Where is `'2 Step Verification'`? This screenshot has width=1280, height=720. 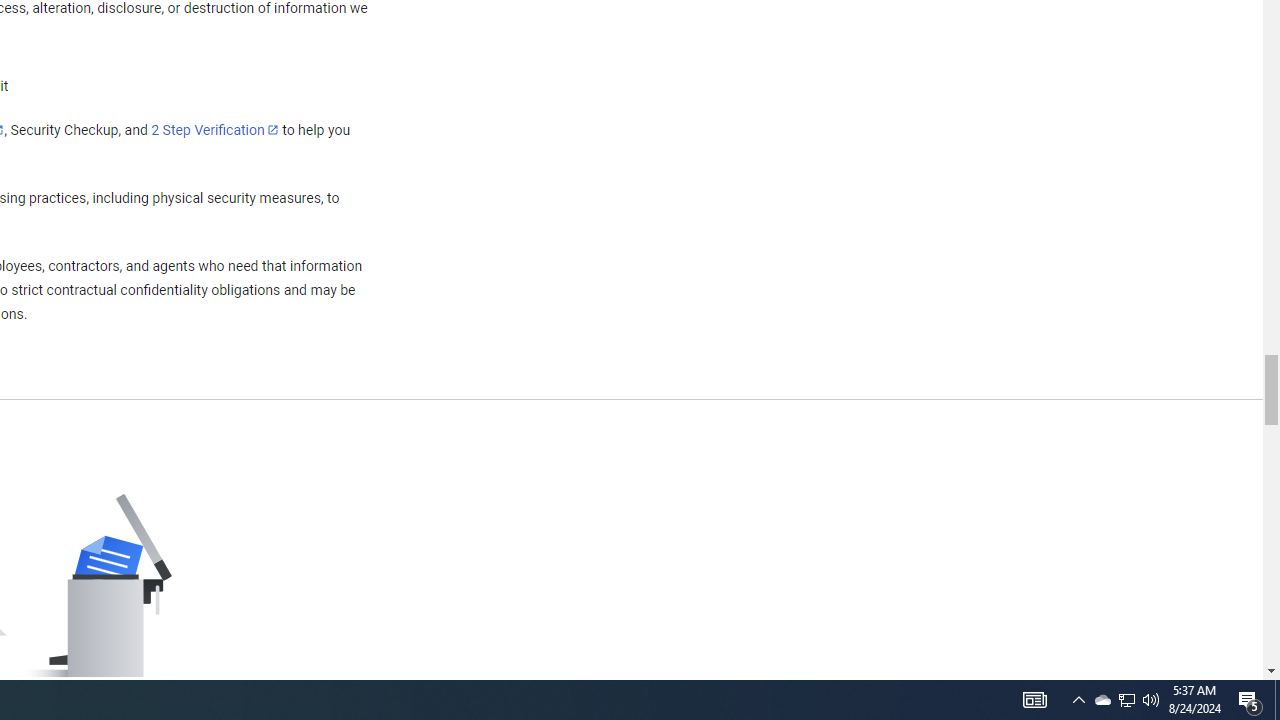 '2 Step Verification' is located at coordinates (215, 129).